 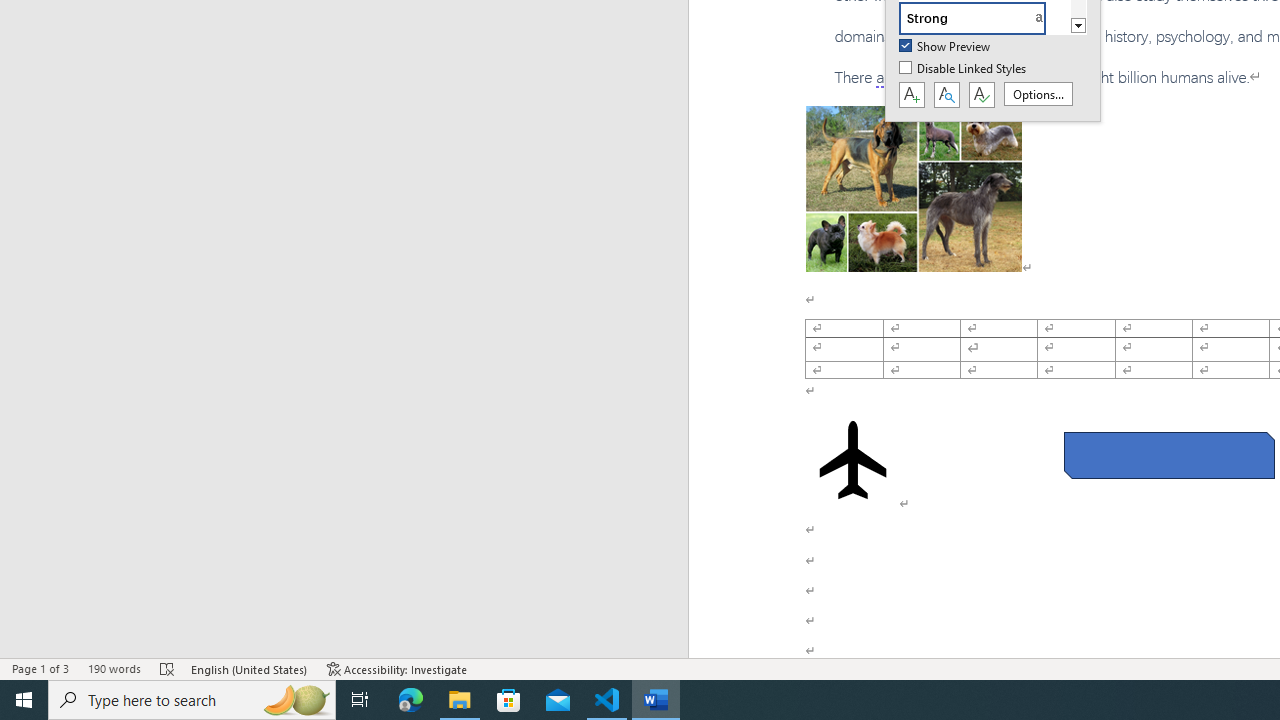 What do you see at coordinates (40, 669) in the screenshot?
I see `'Page Number Page 1 of 3'` at bounding box center [40, 669].